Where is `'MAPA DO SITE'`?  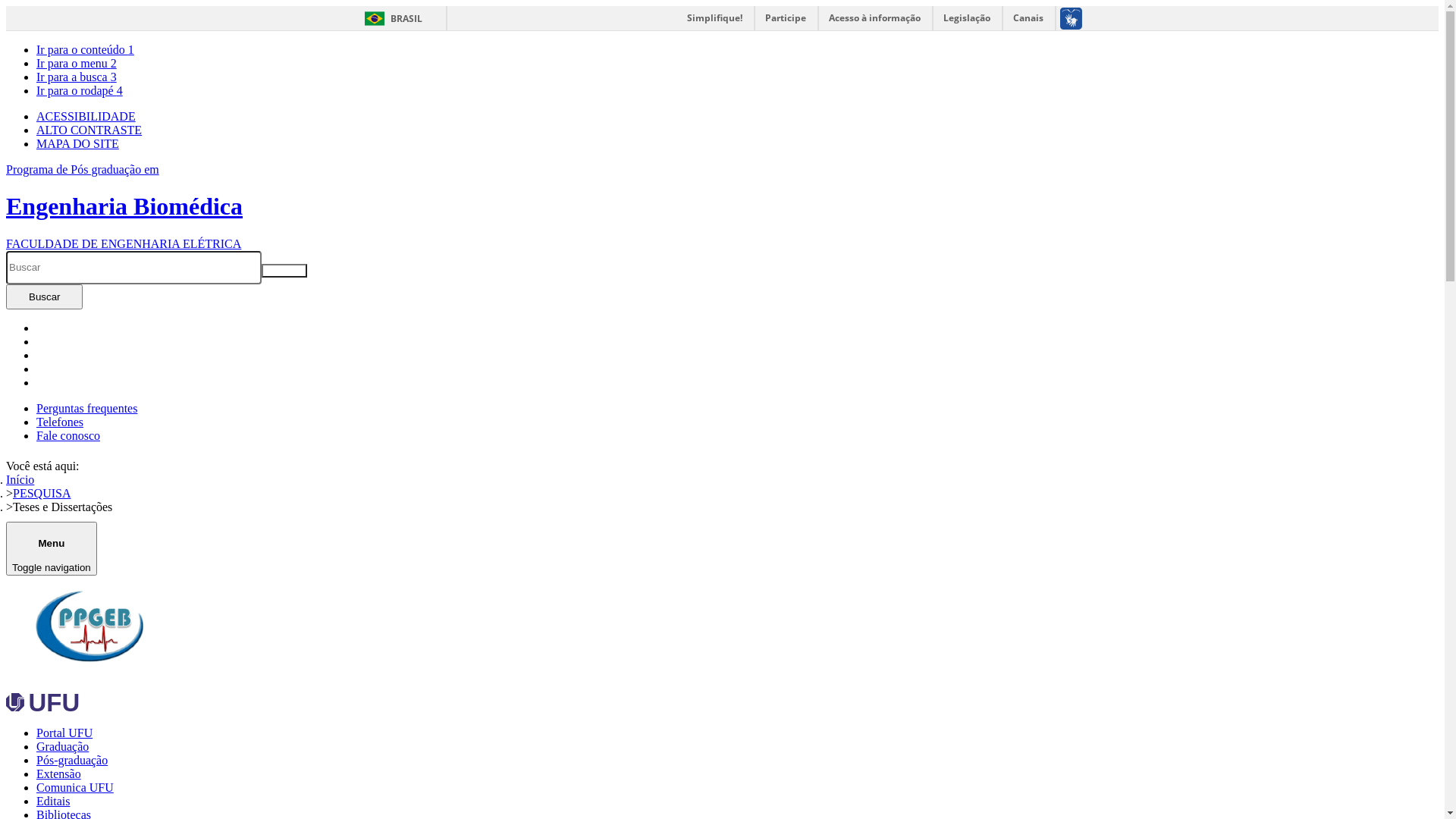
'MAPA DO SITE' is located at coordinates (77, 143).